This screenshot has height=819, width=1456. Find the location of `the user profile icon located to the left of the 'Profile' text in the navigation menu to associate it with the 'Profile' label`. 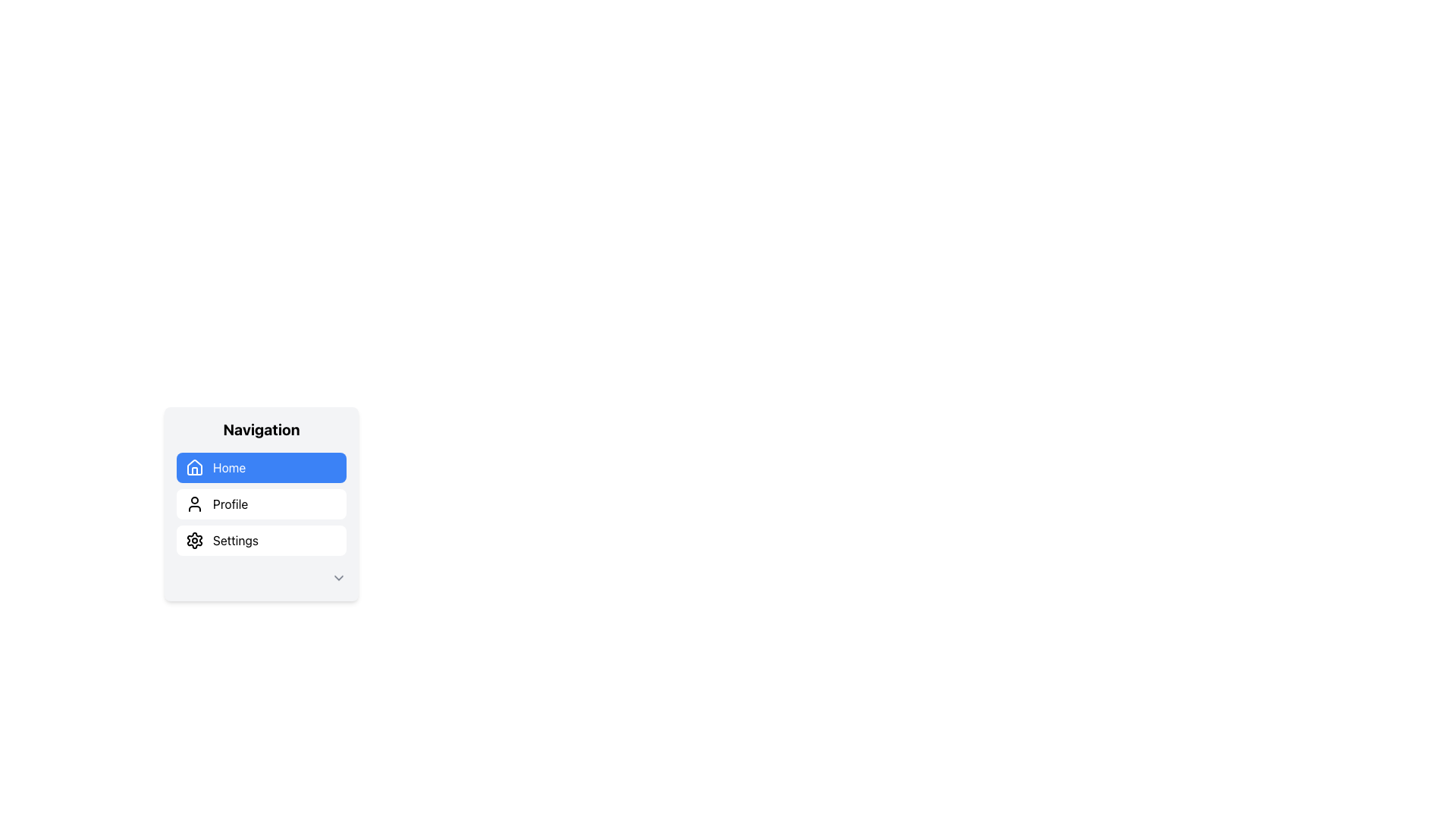

the user profile icon located to the left of the 'Profile' text in the navigation menu to associate it with the 'Profile' label is located at coordinates (194, 504).